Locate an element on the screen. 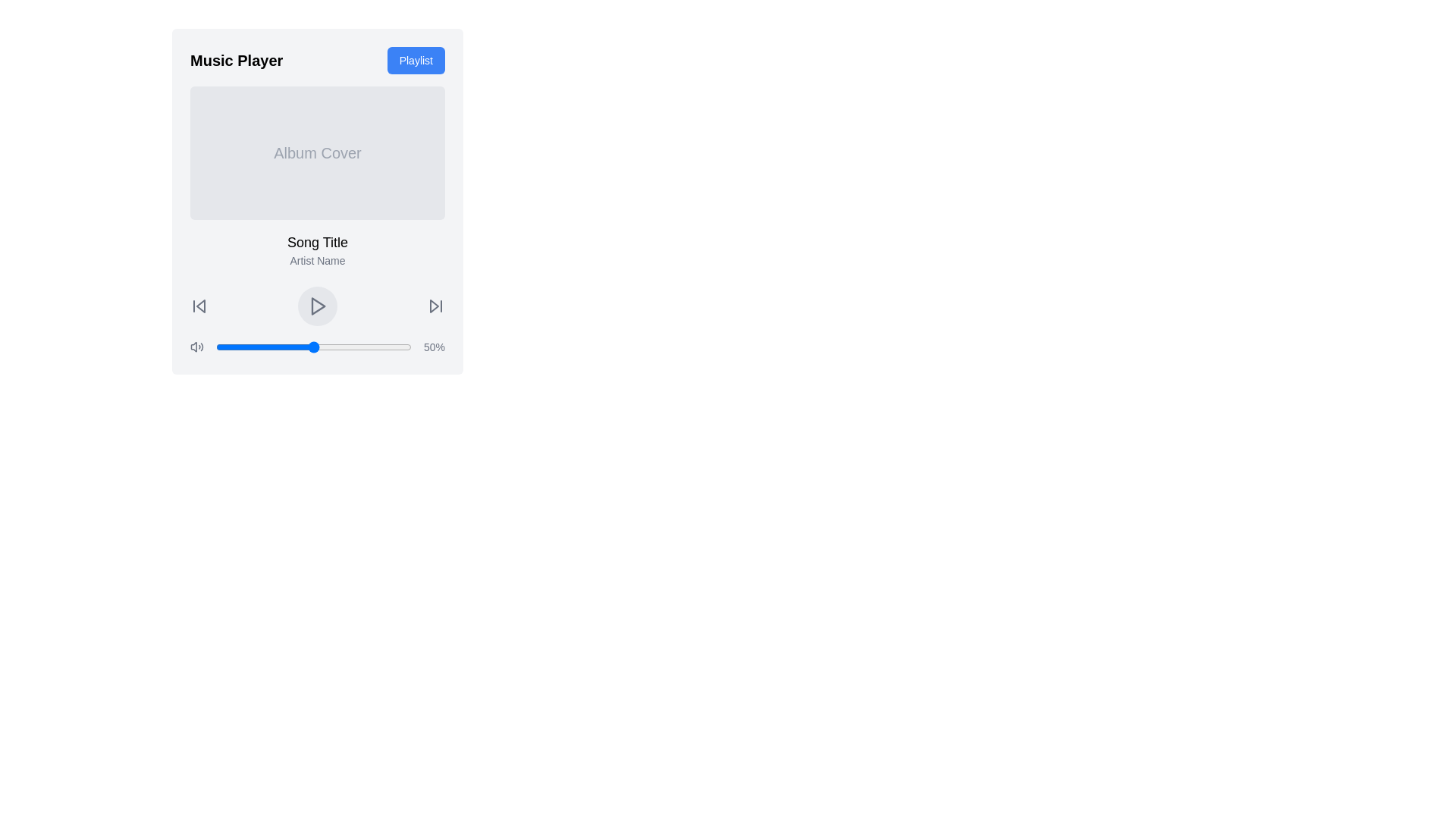 Image resolution: width=1456 pixels, height=819 pixels. the circular play button icon located at the center of the music player interface is located at coordinates (316, 306).